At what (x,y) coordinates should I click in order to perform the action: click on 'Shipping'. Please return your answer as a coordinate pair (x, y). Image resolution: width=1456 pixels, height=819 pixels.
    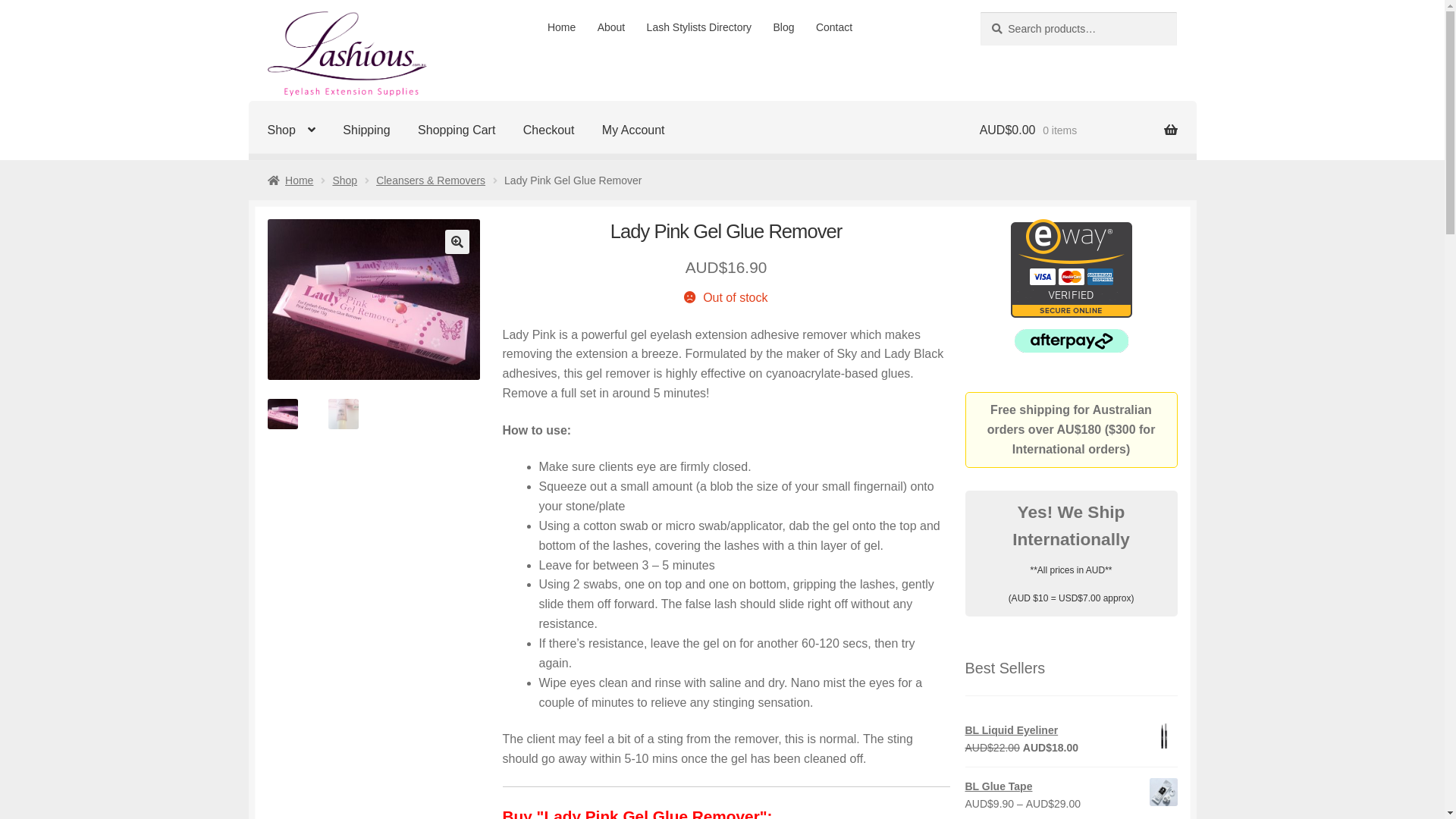
    Looking at the image, I should click on (330, 130).